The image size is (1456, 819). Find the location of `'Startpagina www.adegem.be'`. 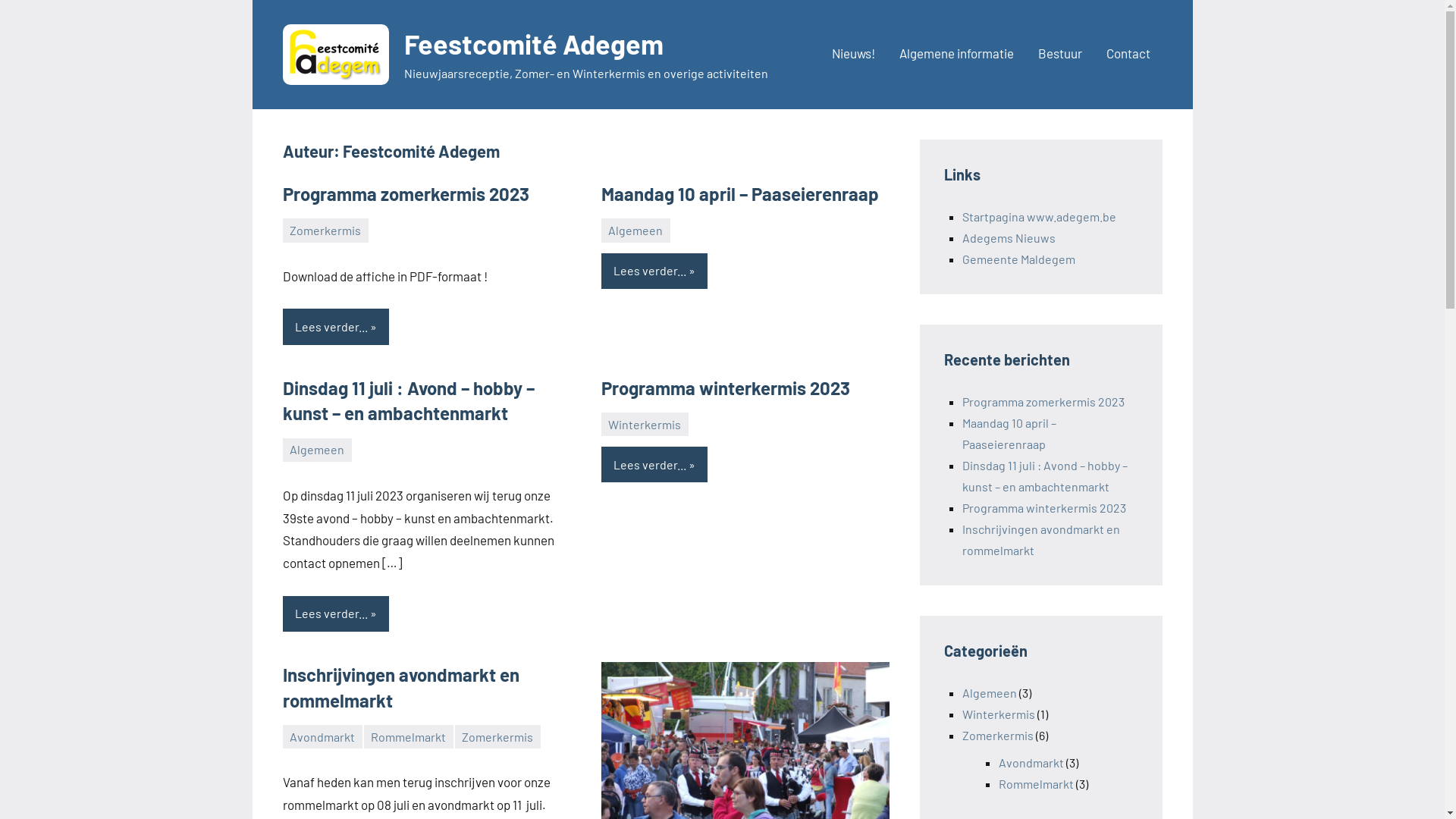

'Startpagina www.adegem.be' is located at coordinates (1037, 216).